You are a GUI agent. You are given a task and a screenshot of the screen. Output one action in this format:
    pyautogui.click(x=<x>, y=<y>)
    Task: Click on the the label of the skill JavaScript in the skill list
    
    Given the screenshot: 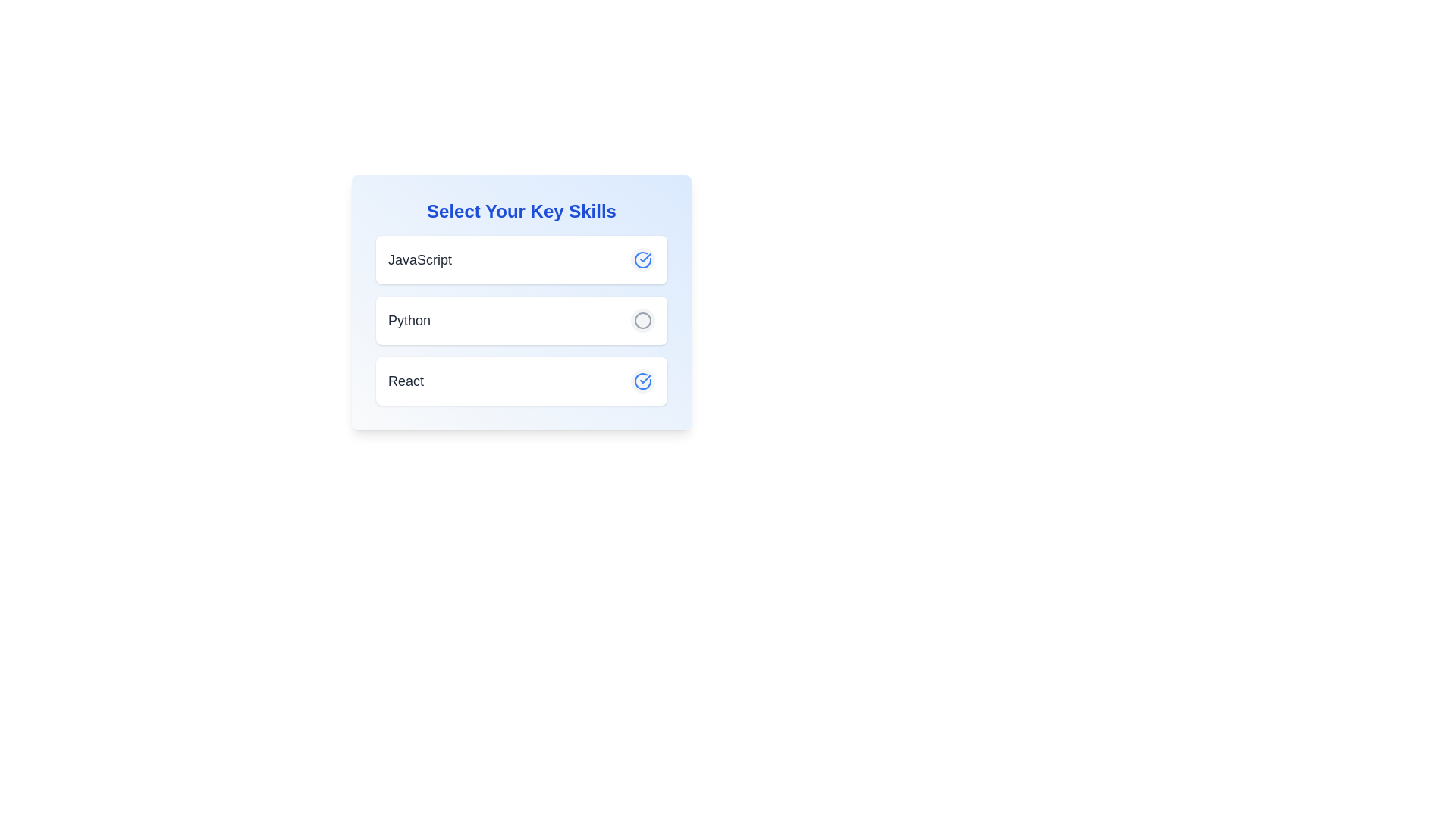 What is the action you would take?
    pyautogui.click(x=419, y=259)
    